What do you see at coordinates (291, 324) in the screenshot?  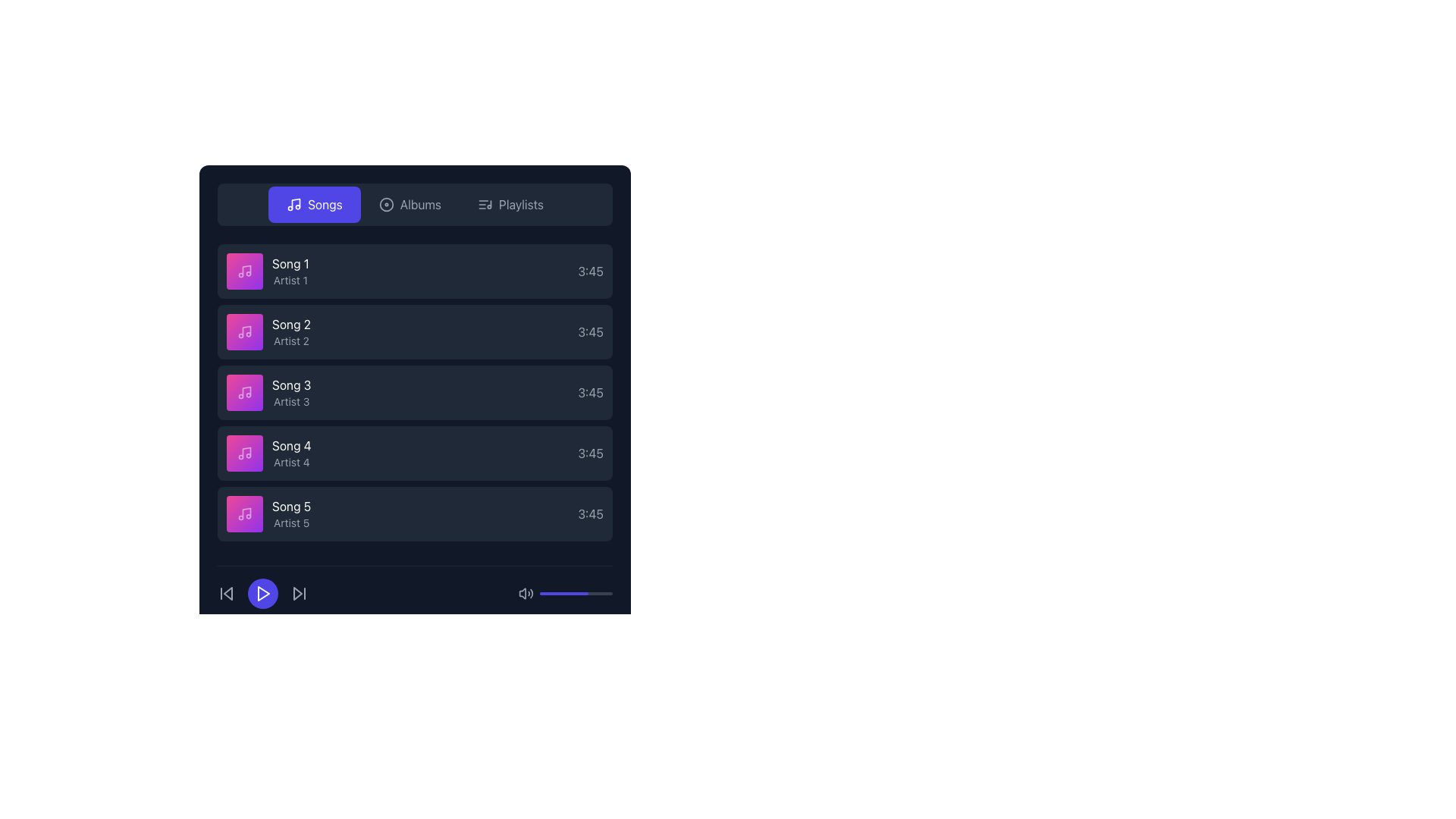 I see `the text label displaying the title 'Song 2' in the music library interface, which is located in the first line of text in the second row of the playlist` at bounding box center [291, 324].